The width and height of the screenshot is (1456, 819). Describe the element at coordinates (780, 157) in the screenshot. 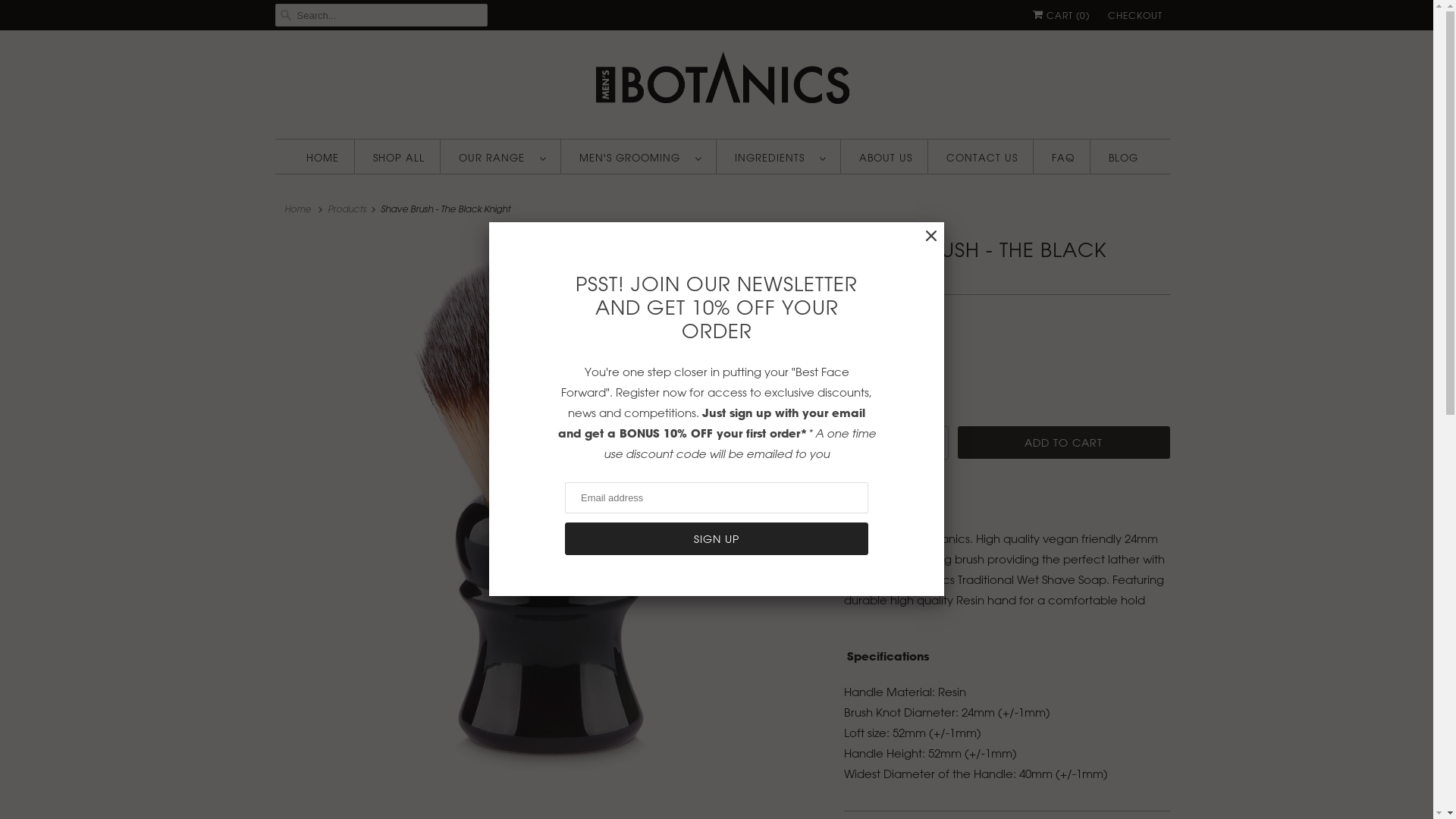

I see `'INGREDIENTS '` at that location.